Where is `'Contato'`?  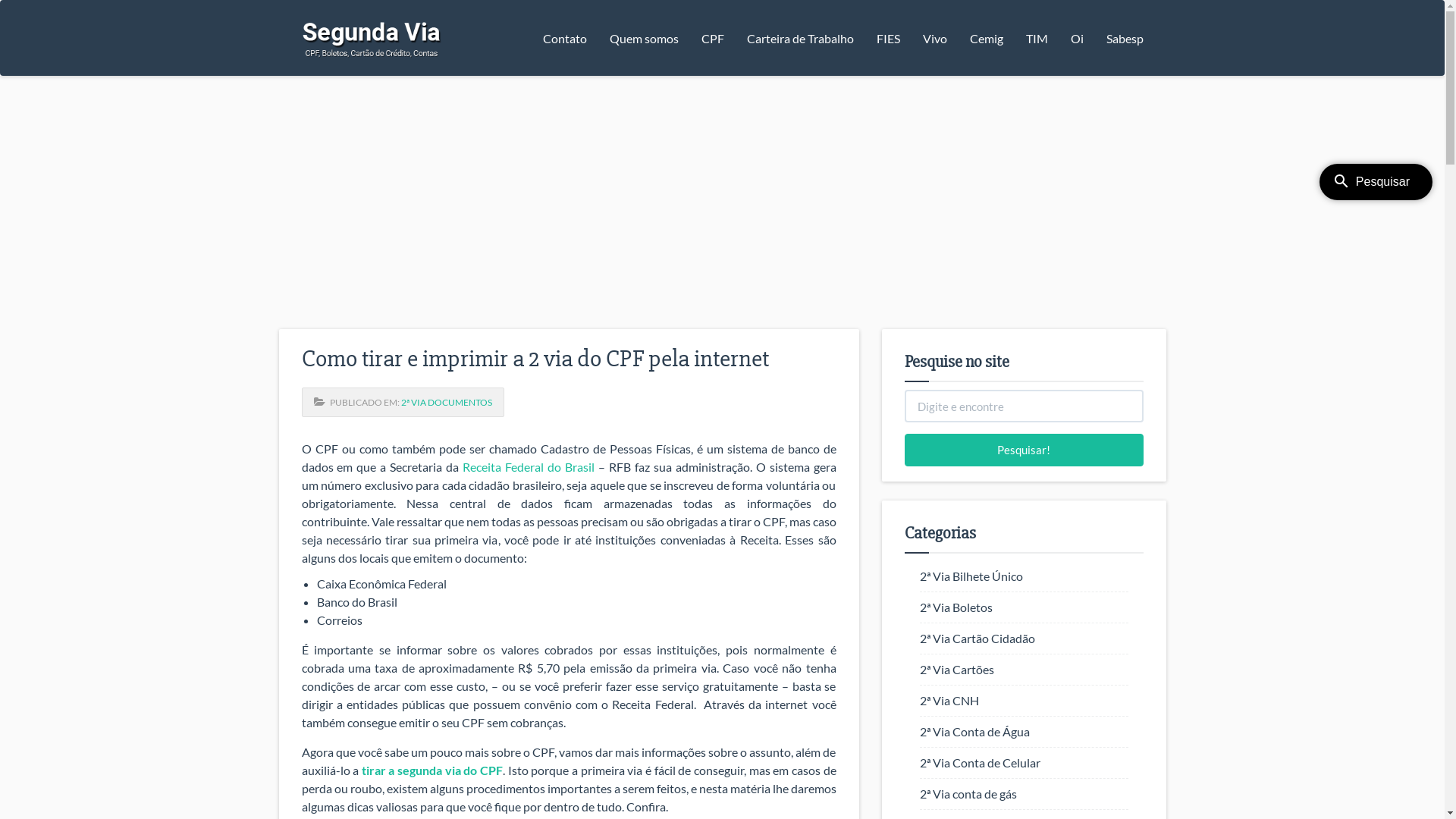 'Contato' is located at coordinates (531, 37).